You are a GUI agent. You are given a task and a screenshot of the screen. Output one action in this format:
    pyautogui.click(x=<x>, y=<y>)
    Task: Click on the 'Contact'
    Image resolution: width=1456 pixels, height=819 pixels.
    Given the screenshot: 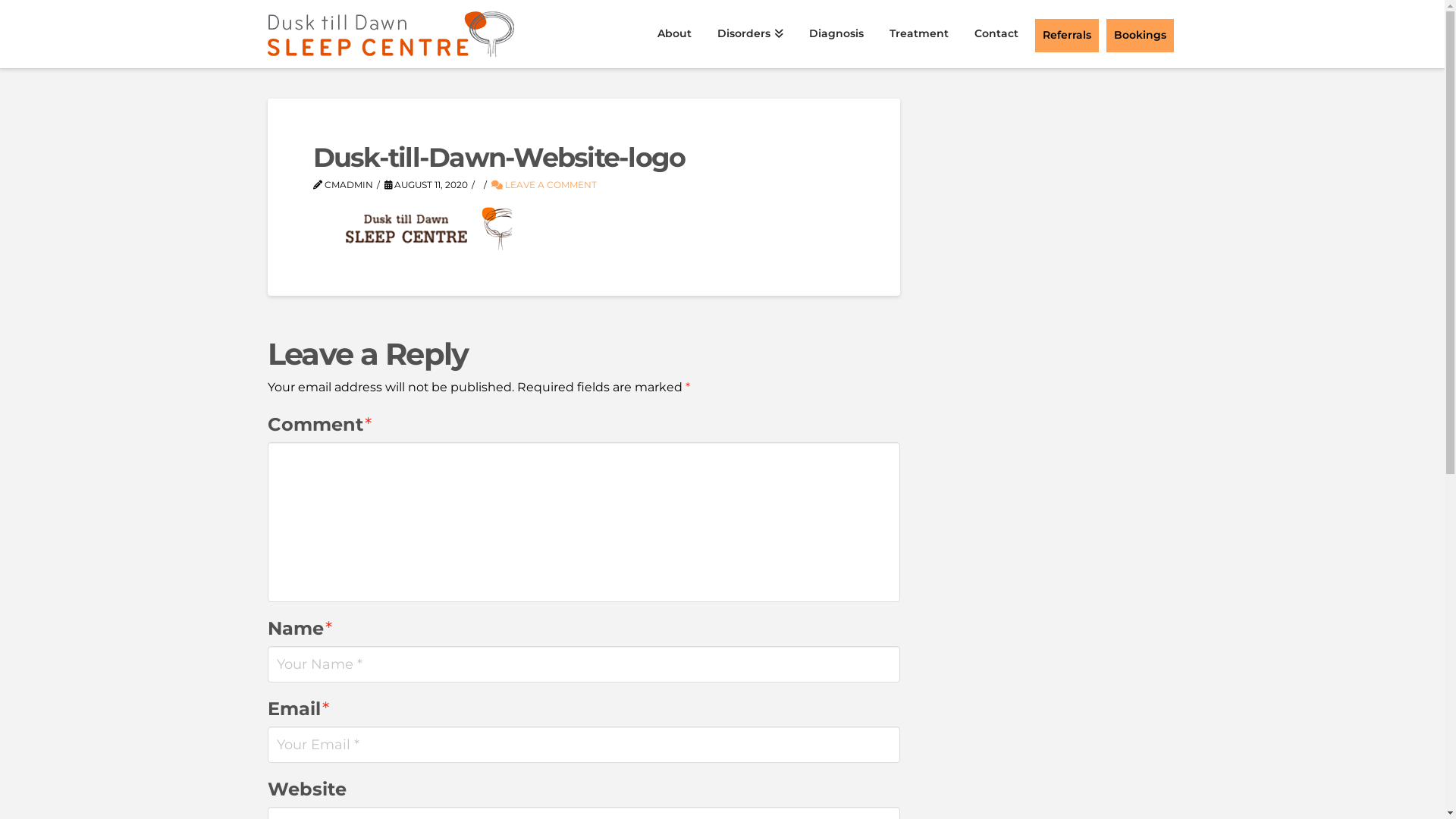 What is the action you would take?
    pyautogui.click(x=996, y=34)
    